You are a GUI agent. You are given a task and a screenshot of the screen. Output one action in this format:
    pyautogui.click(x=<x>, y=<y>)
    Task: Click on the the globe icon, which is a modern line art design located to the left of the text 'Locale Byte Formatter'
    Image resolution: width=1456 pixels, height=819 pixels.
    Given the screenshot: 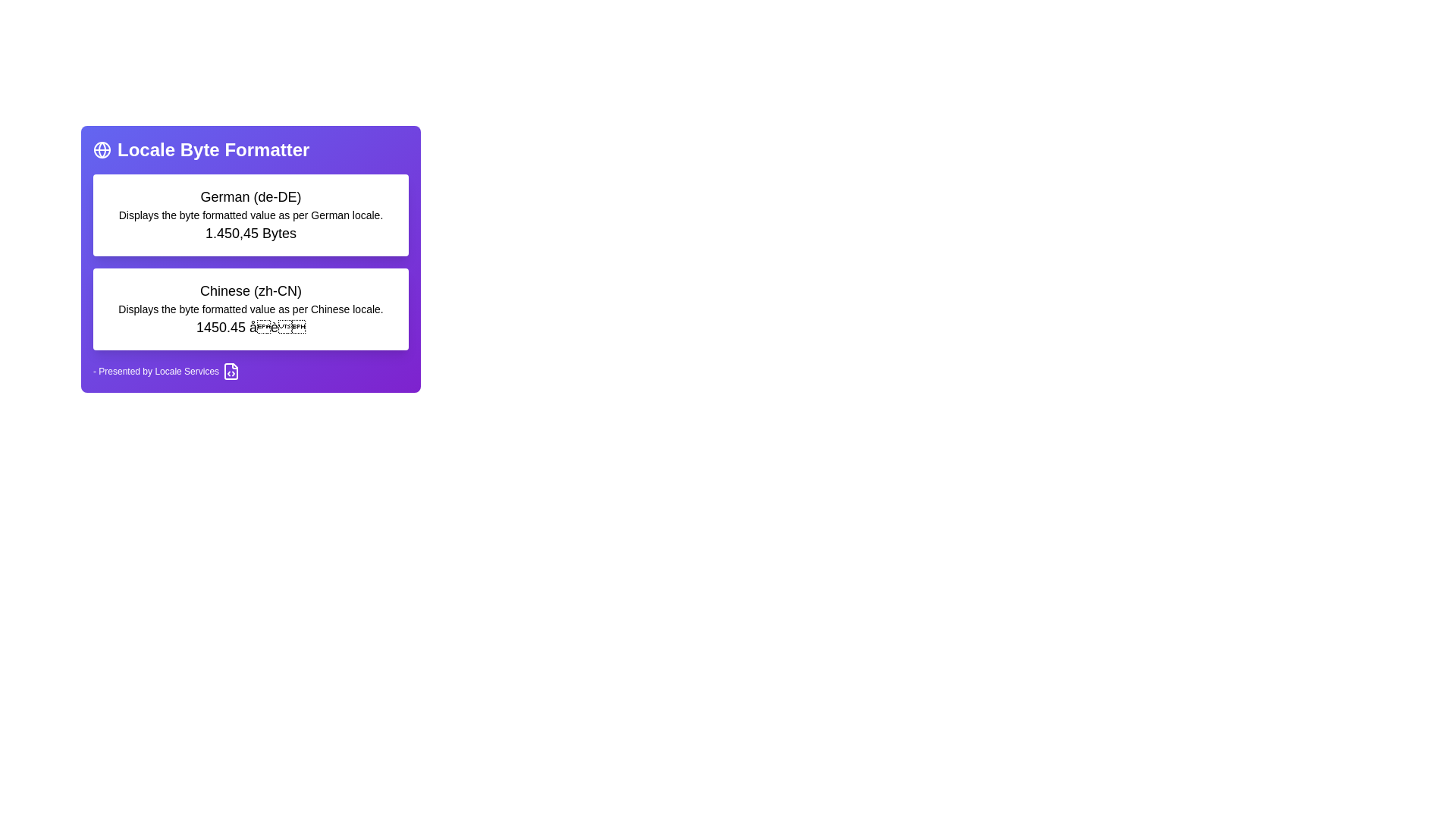 What is the action you would take?
    pyautogui.click(x=101, y=149)
    